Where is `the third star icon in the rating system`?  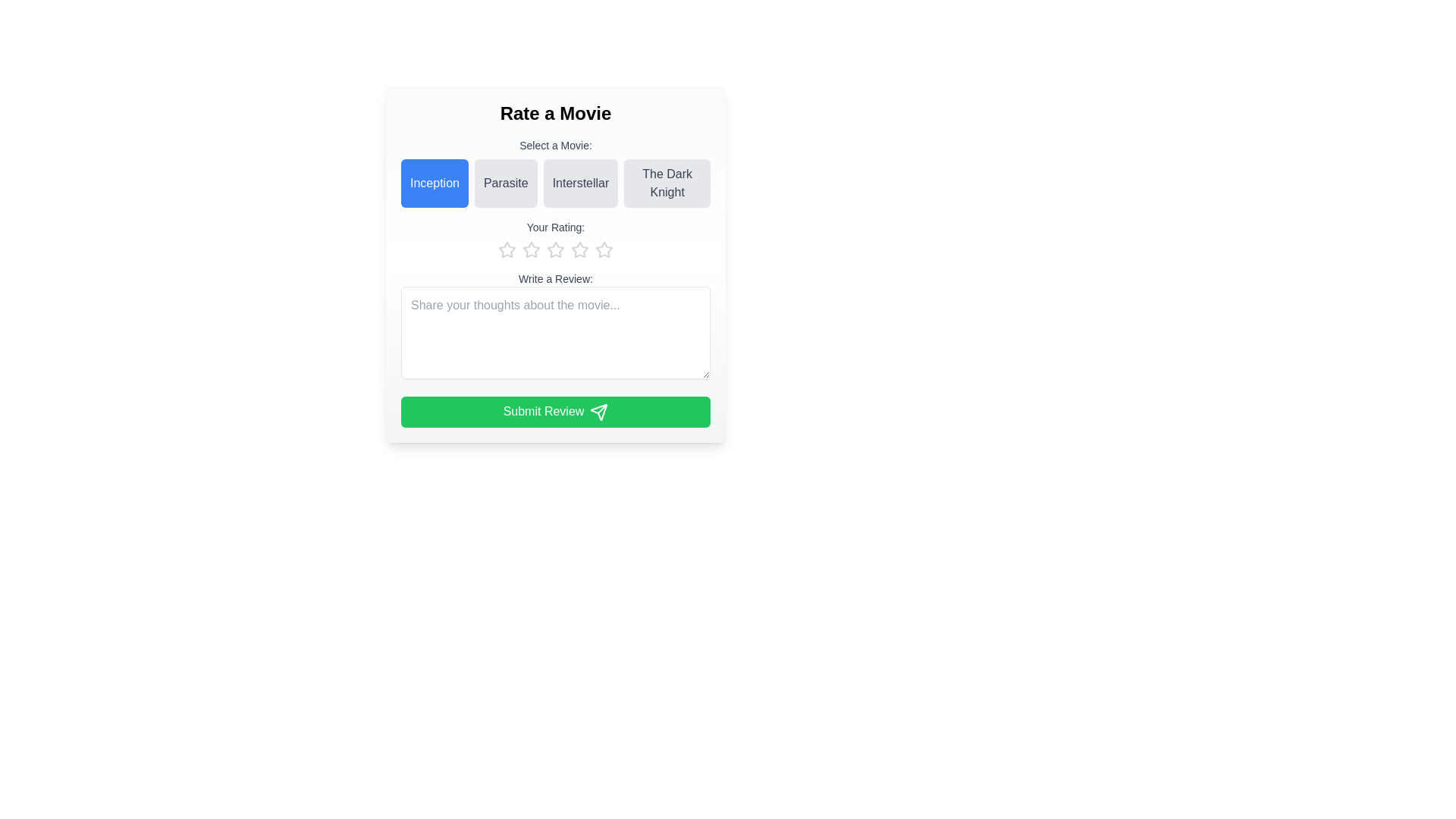
the third star icon in the rating system is located at coordinates (531, 249).